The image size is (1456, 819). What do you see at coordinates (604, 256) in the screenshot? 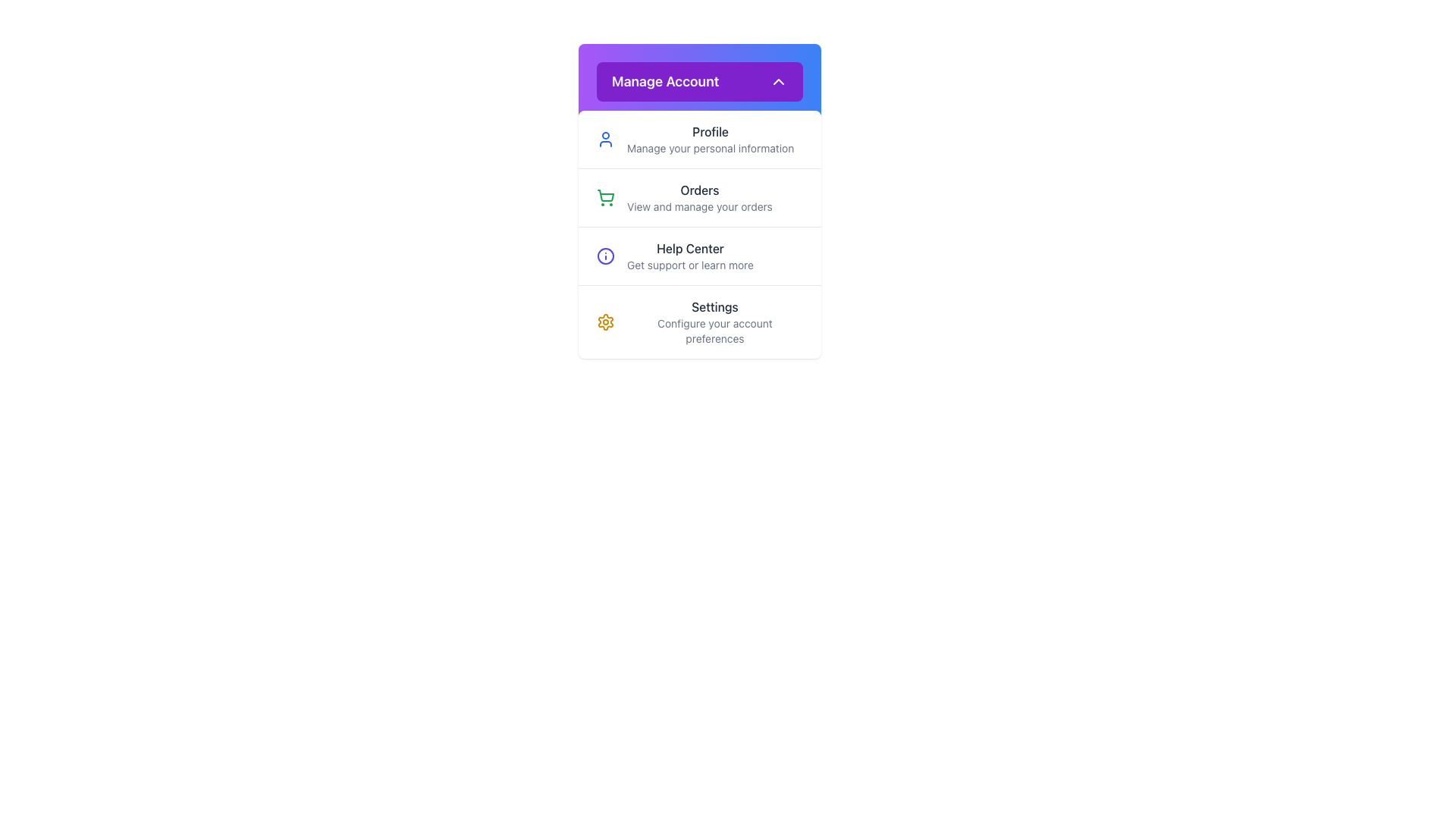
I see `the SVG Circle Element representing the Help Center option, which is positioned beside the Help Center label in the third row of the menu` at bounding box center [604, 256].